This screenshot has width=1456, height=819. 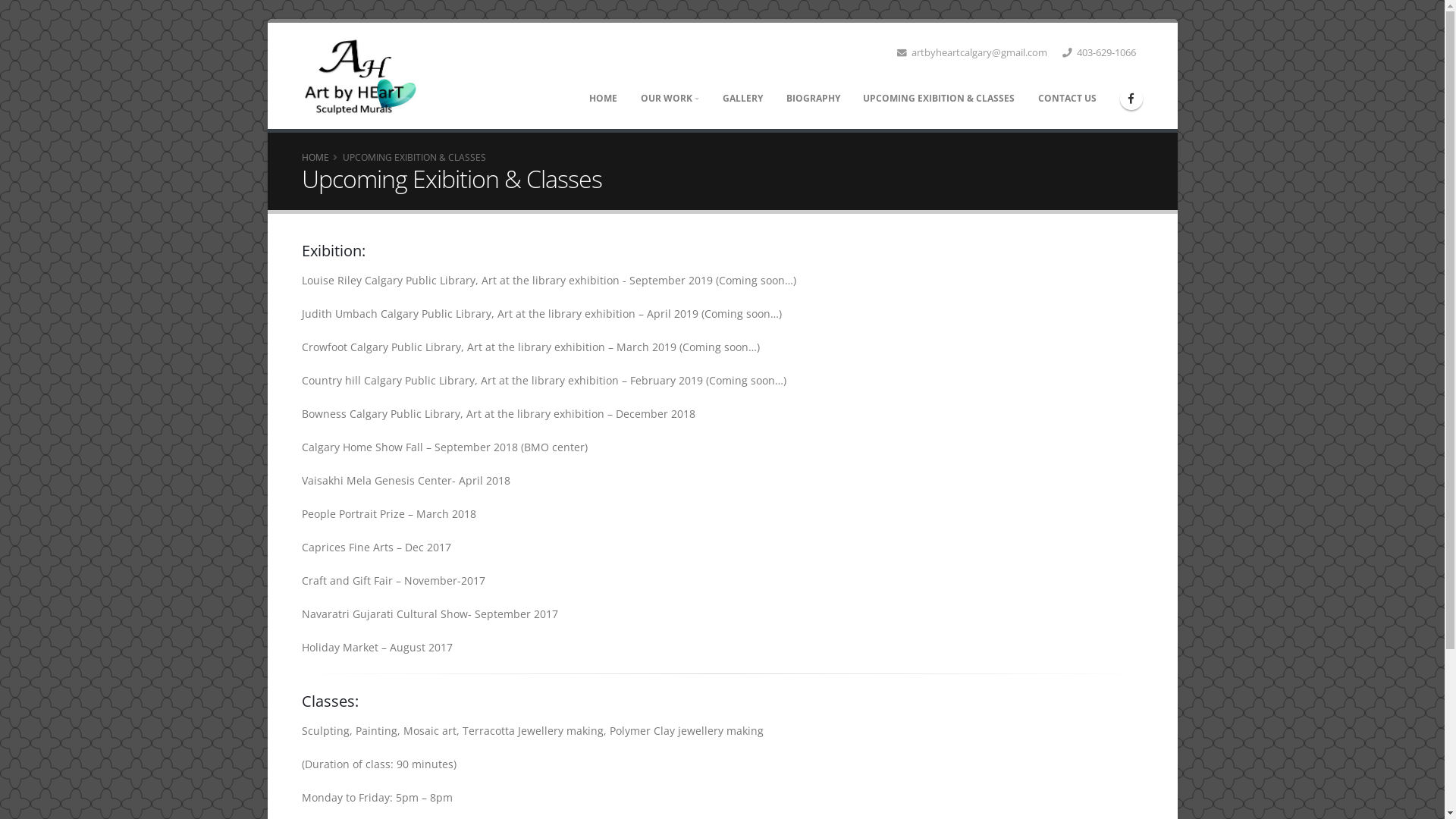 What do you see at coordinates (603, 99) in the screenshot?
I see `'HOME'` at bounding box center [603, 99].